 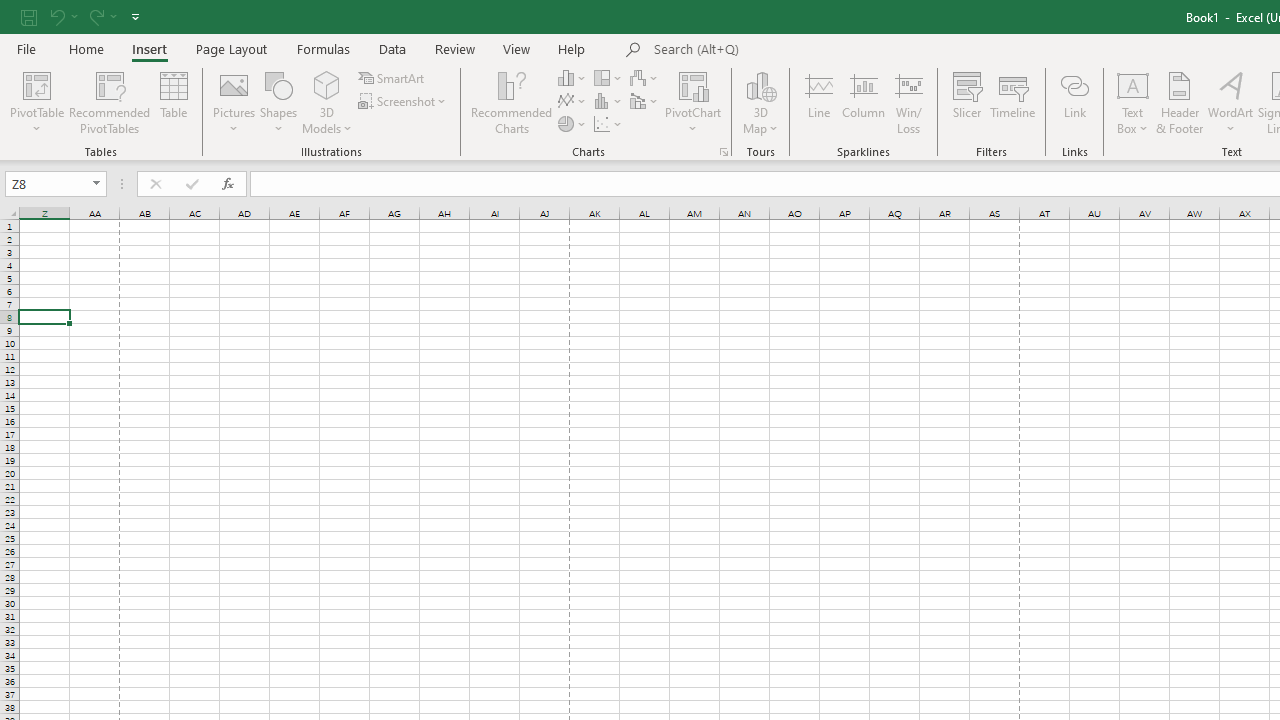 What do you see at coordinates (818, 103) in the screenshot?
I see `'Line'` at bounding box center [818, 103].